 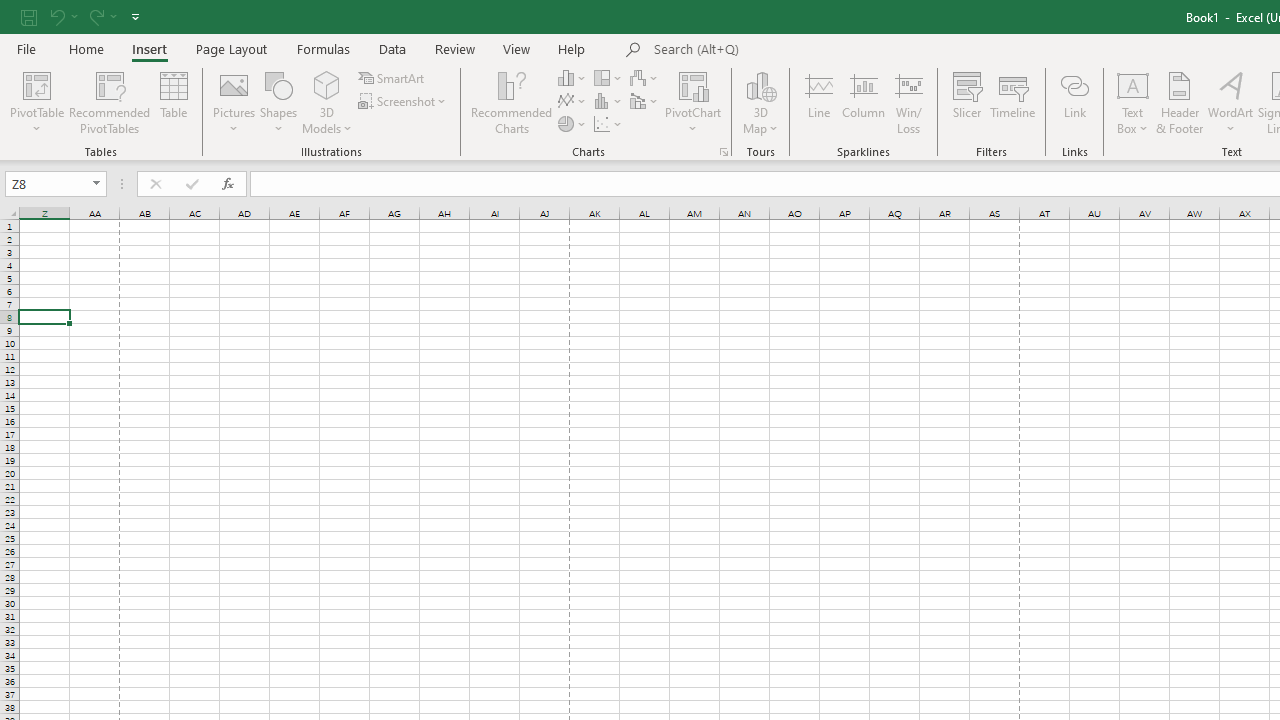 What do you see at coordinates (818, 103) in the screenshot?
I see `'Line'` at bounding box center [818, 103].